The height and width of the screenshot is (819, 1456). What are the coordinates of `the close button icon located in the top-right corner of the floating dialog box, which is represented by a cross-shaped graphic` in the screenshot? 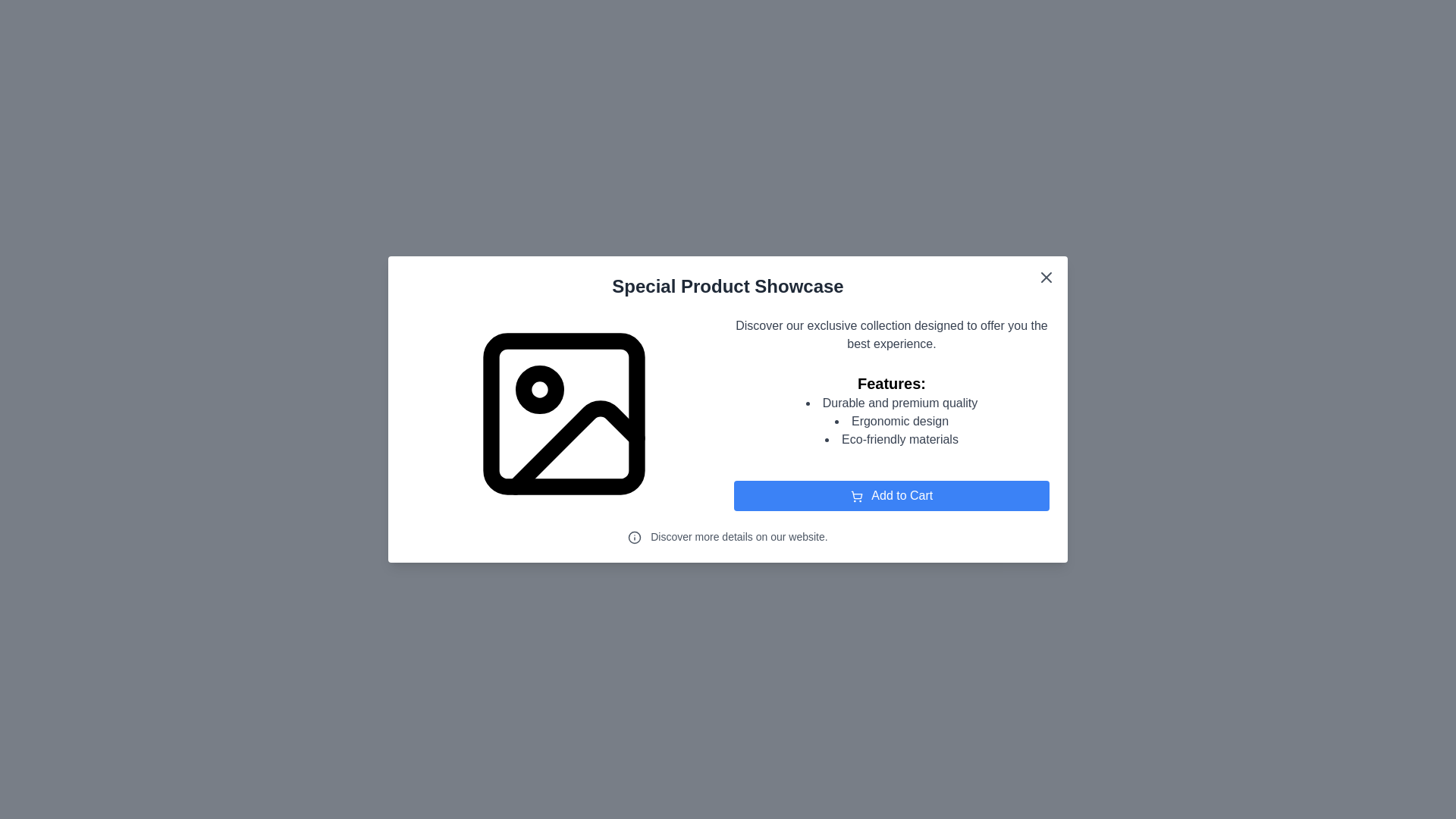 It's located at (1046, 277).